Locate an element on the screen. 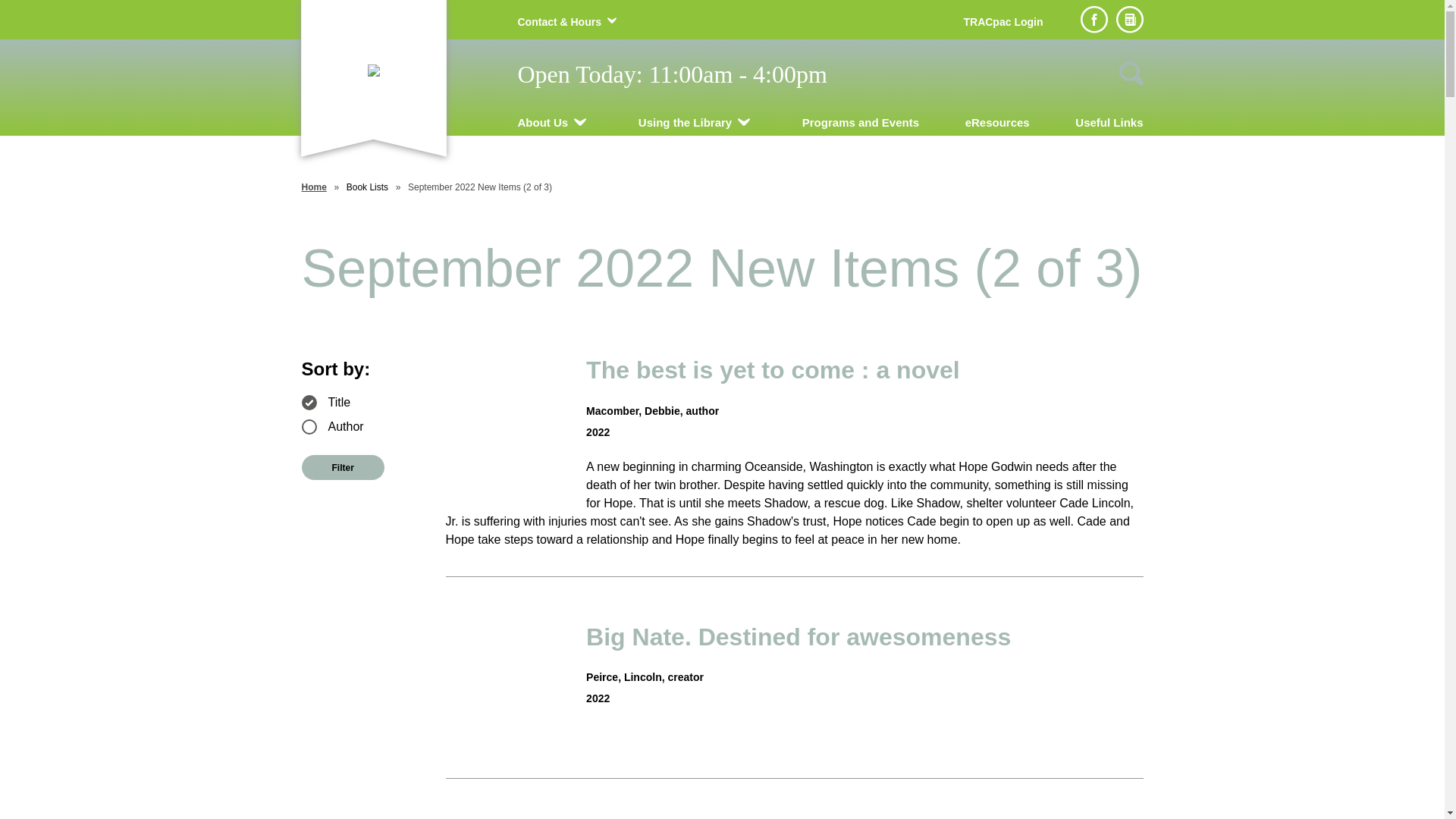  'Newsletter sign up' is located at coordinates (1129, 20).